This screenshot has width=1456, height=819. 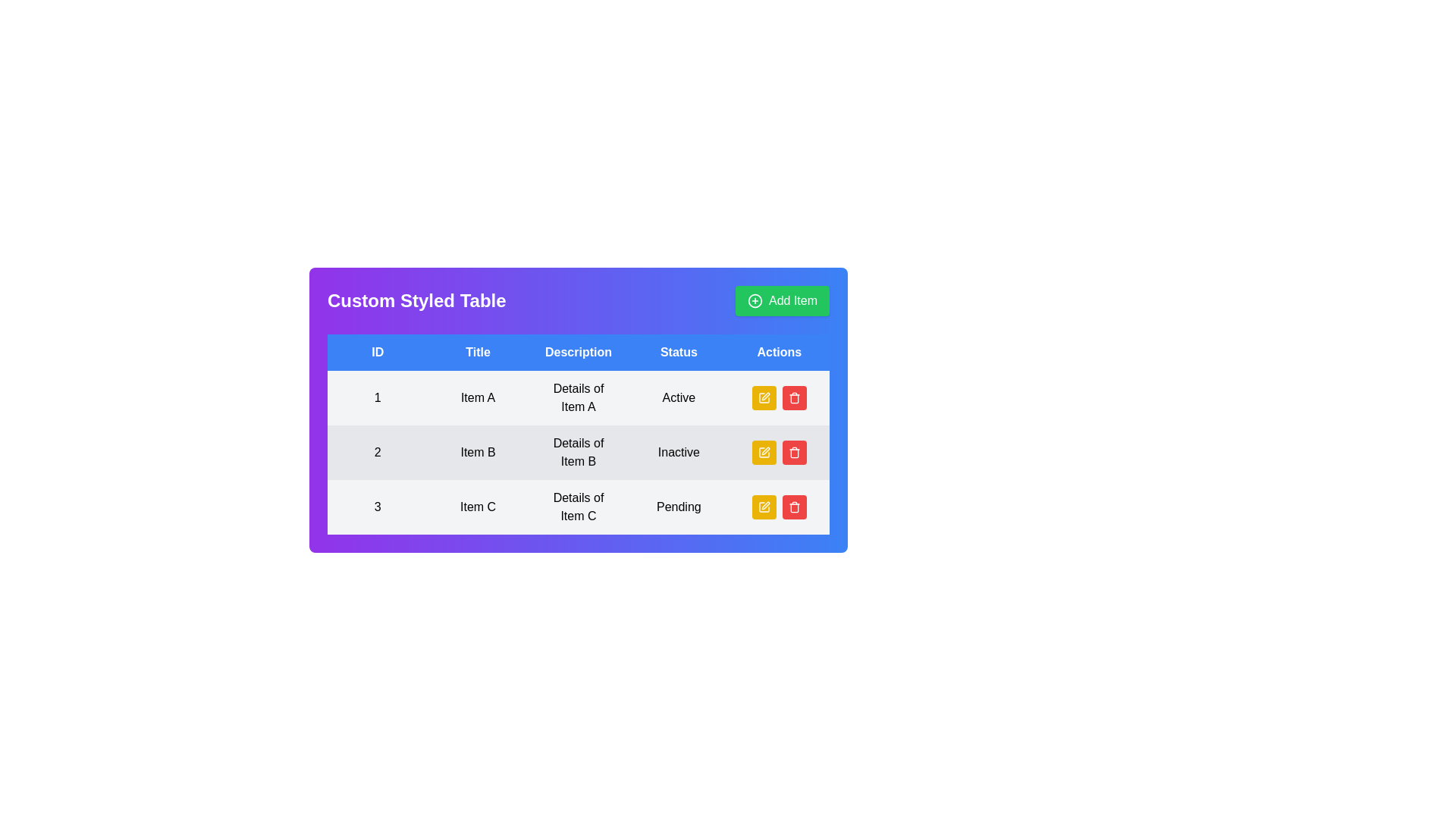 I want to click on the 'Pending' text label located in the fourth column of the third row under the 'Status' column, corresponding to 'Item C', so click(x=678, y=507).